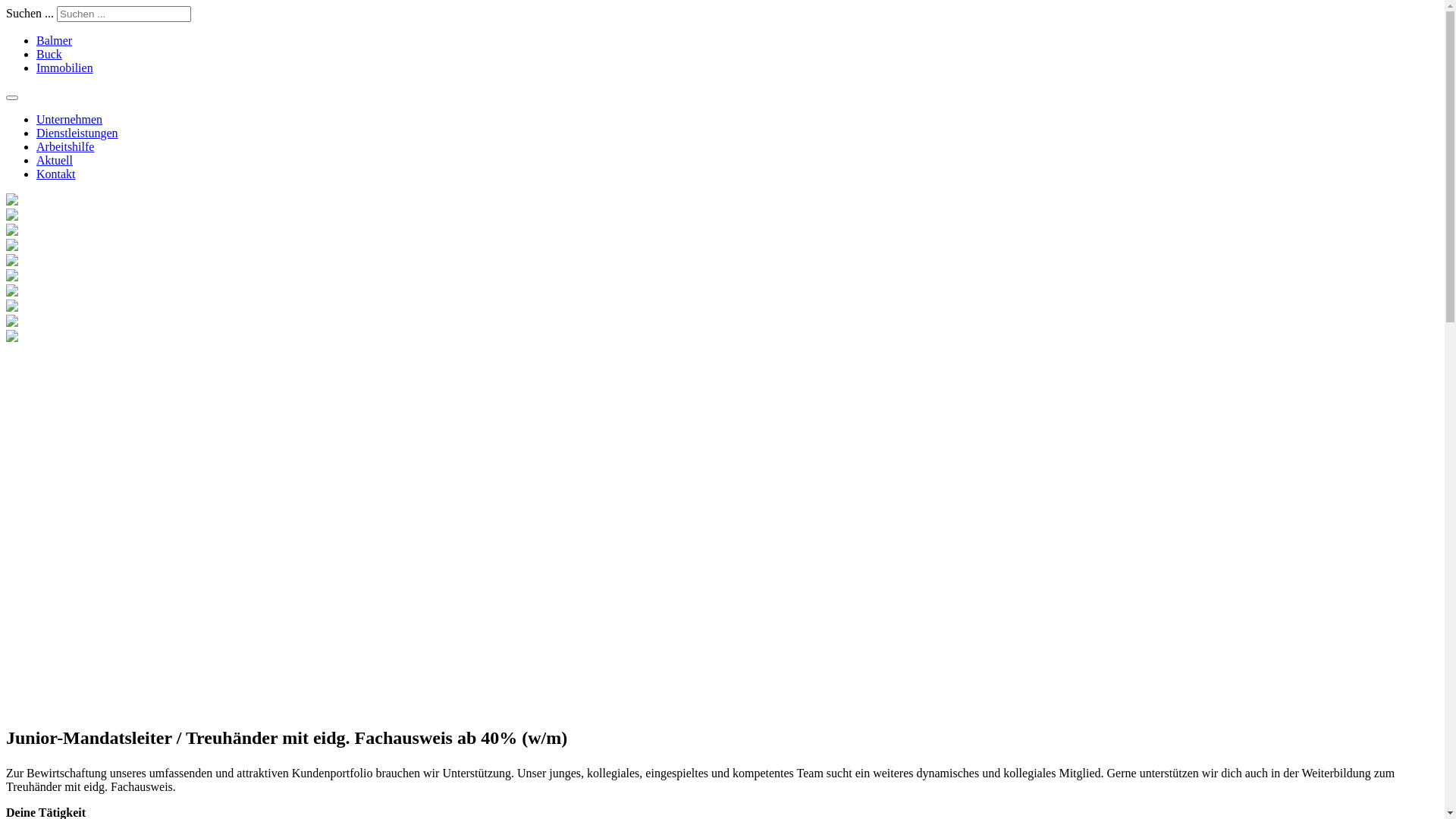 This screenshot has width=1456, height=819. What do you see at coordinates (76, 132) in the screenshot?
I see `'Dienstleistungen'` at bounding box center [76, 132].